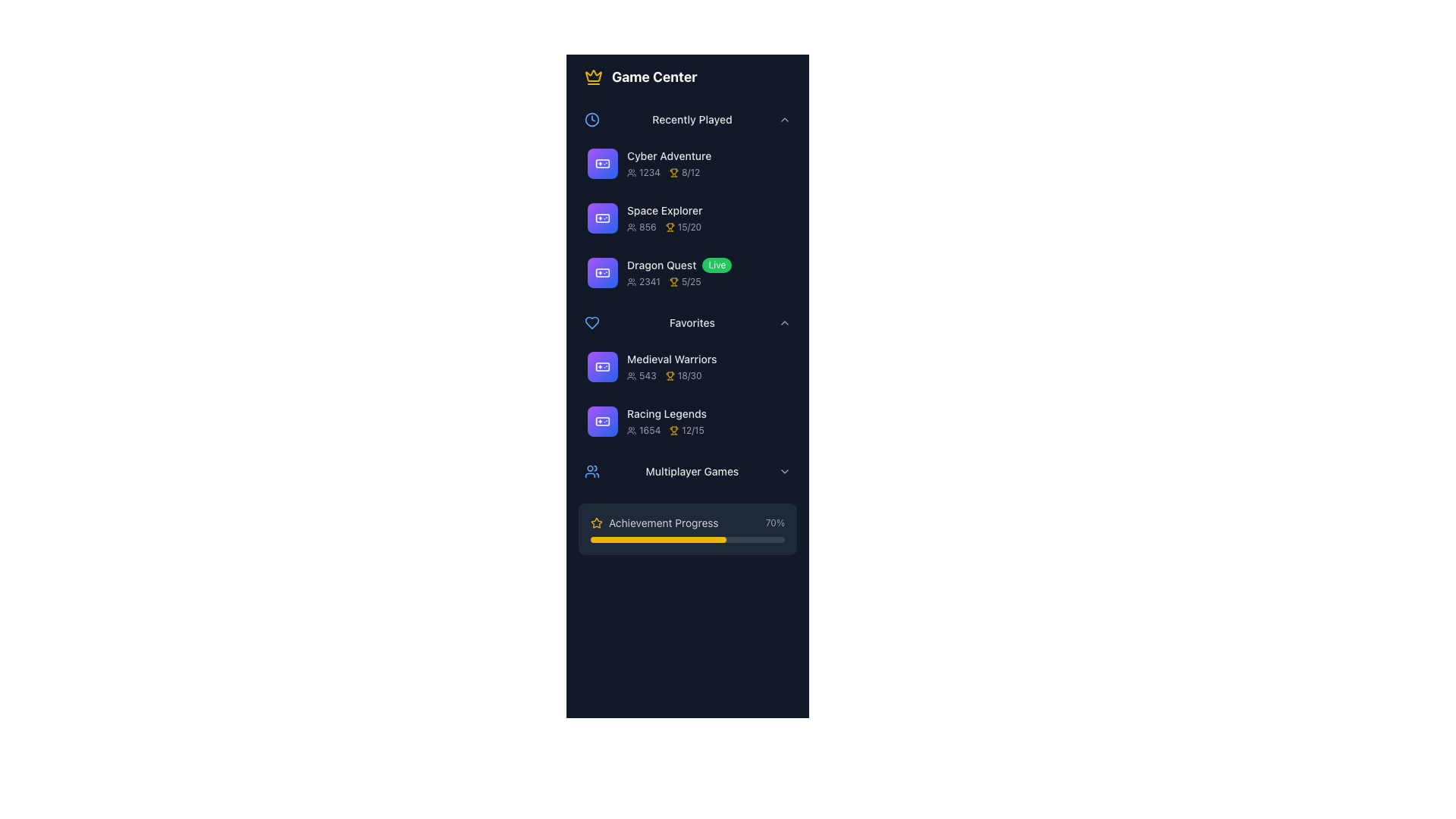 This screenshot has width=1456, height=819. Describe the element at coordinates (669, 375) in the screenshot. I see `the trophy icon indicating achievements in the 'Medieval Warriors' game entry under 'Favorites'` at that location.